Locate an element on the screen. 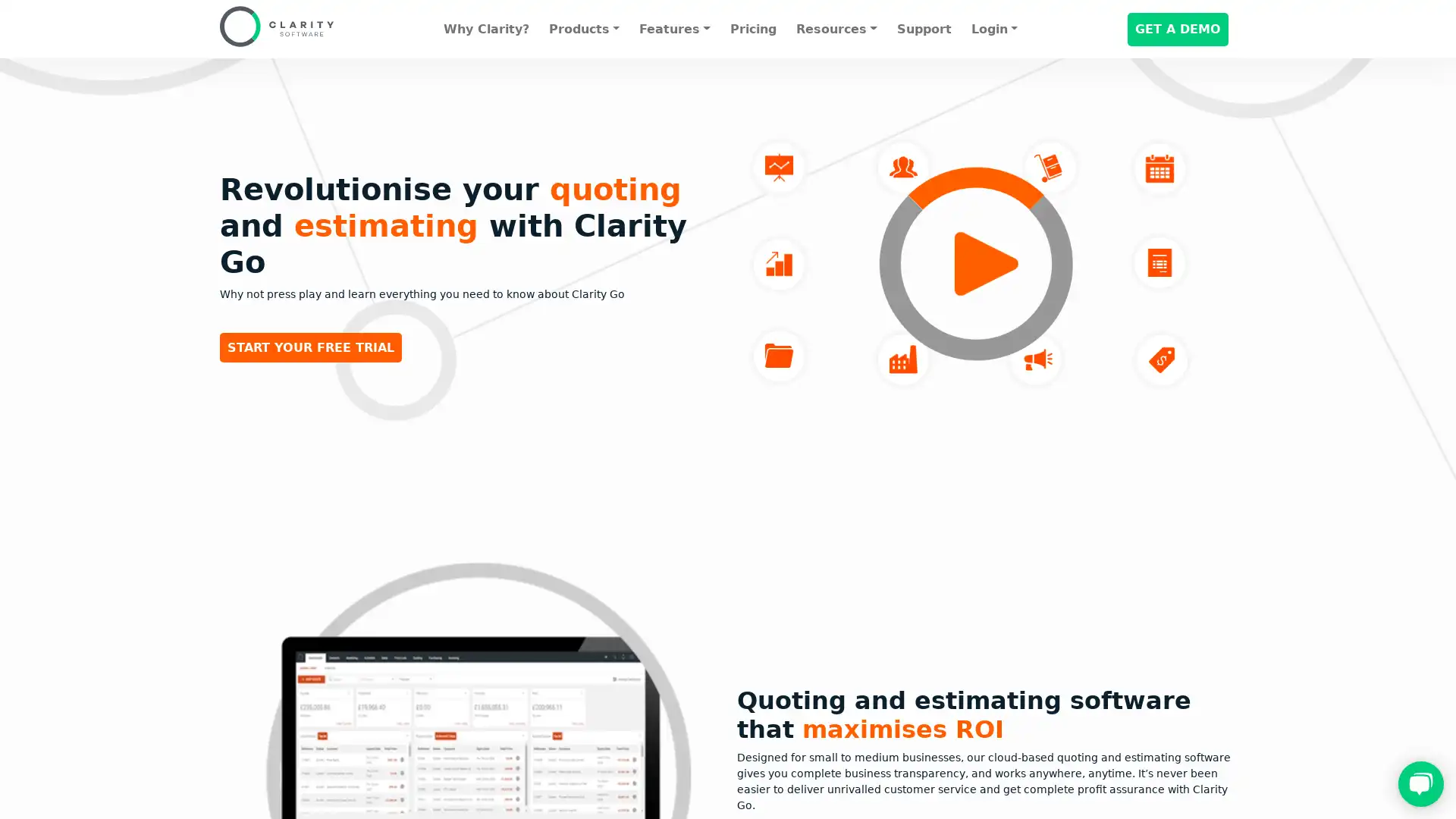  Login is located at coordinates (993, 29).